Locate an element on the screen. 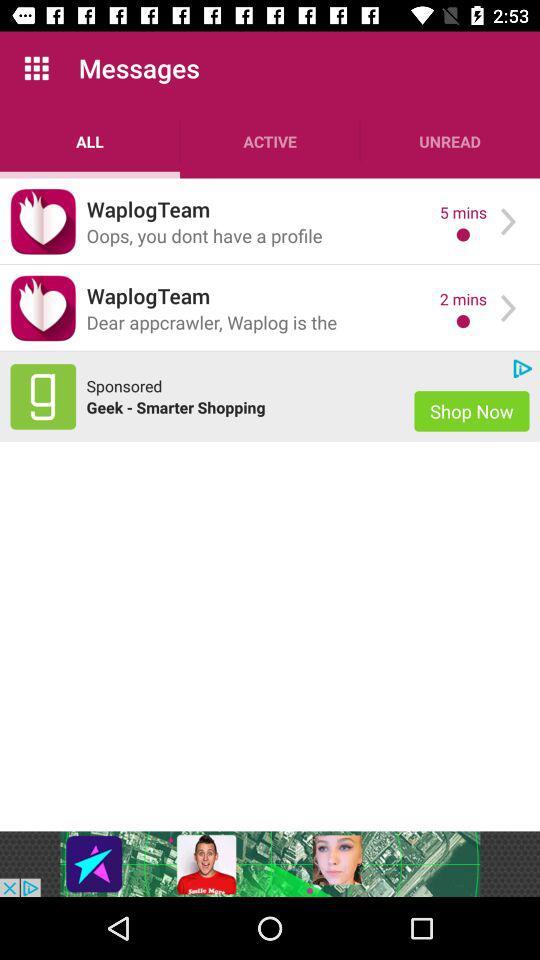  the image which is beside the text waplog team is located at coordinates (43, 222).